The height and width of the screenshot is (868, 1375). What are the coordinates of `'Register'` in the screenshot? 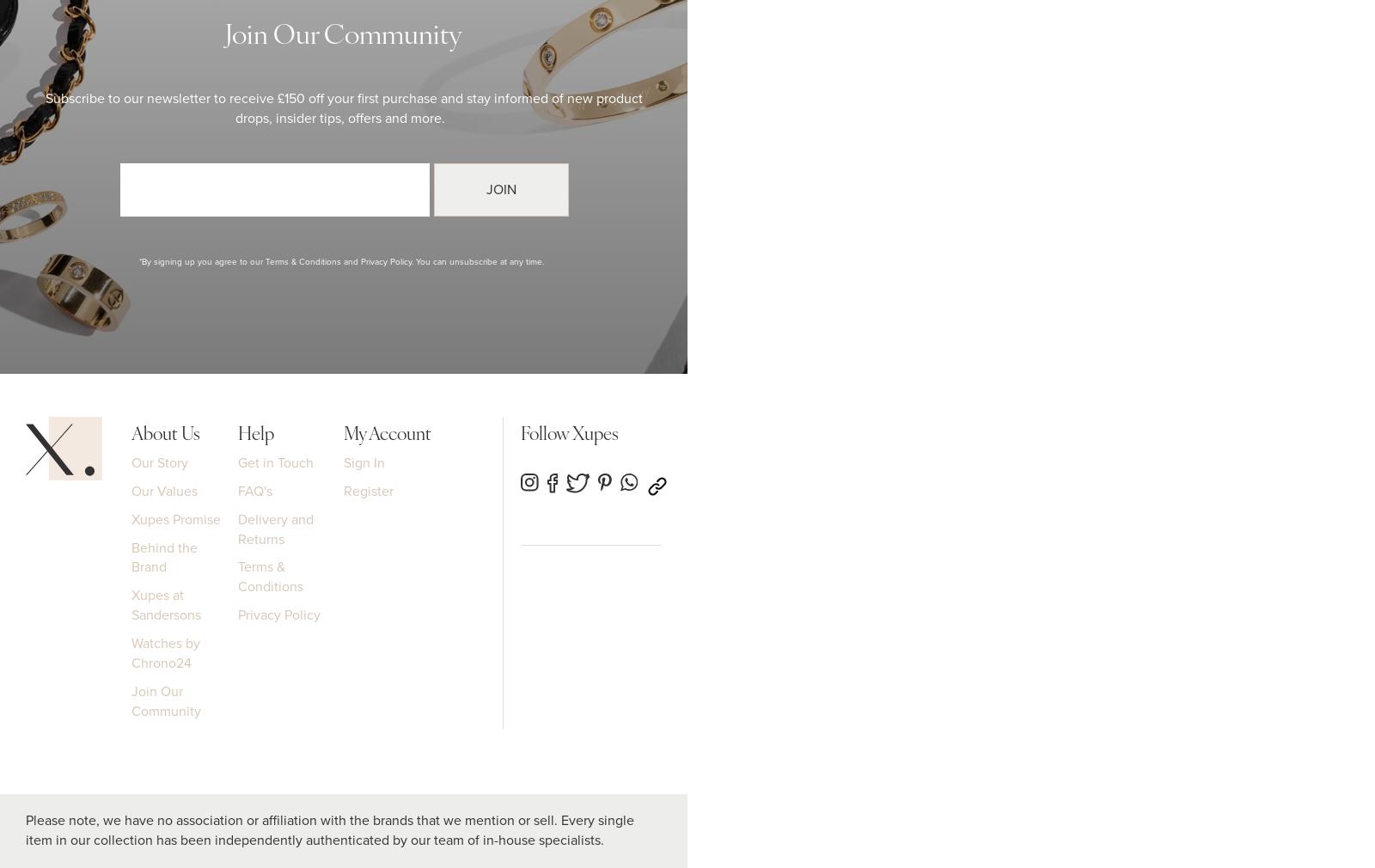 It's located at (367, 489).